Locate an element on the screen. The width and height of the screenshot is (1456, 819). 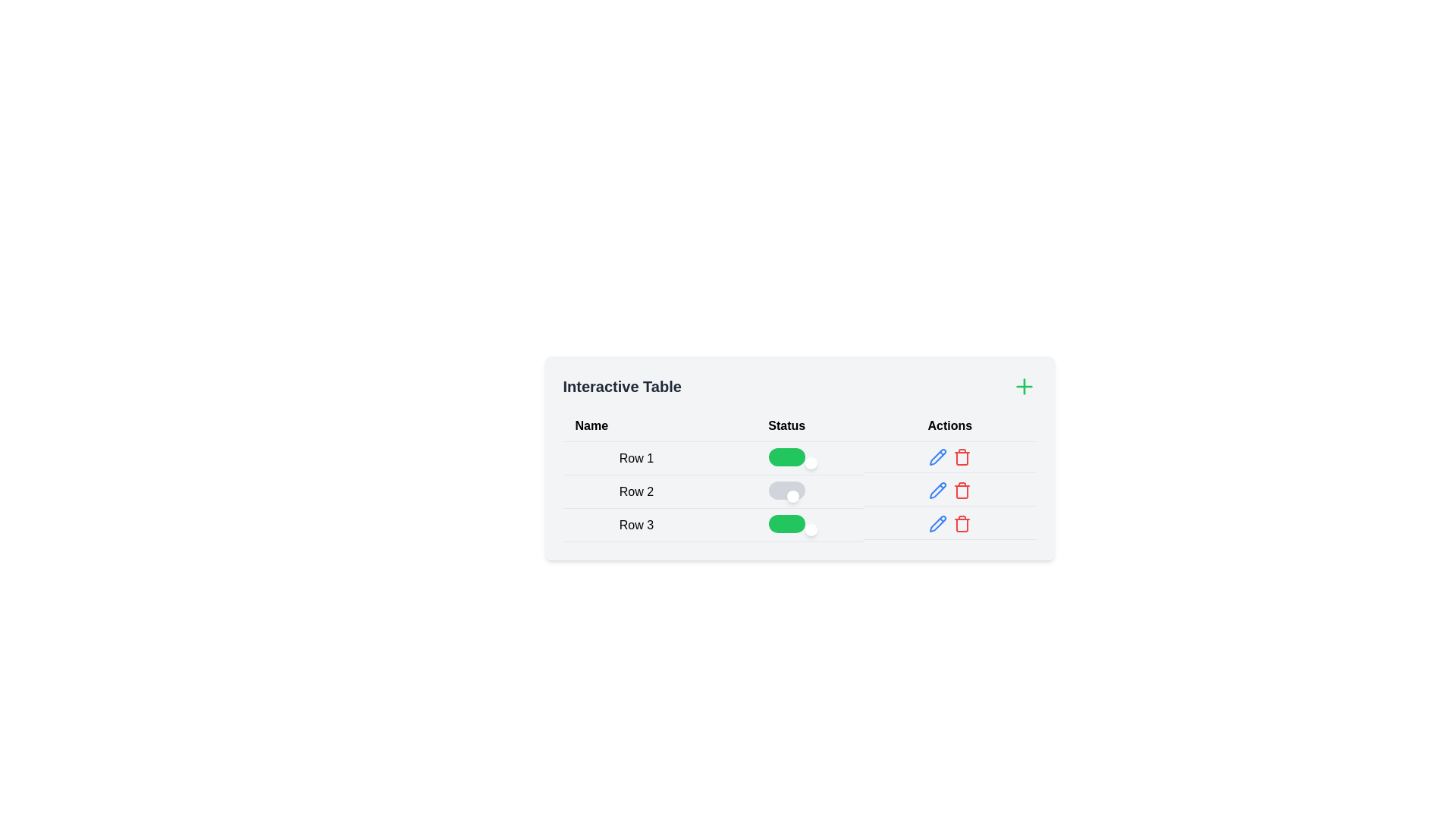
the small circular toggle handle located at the far right of the toggle switch in the 'Status' column of 'Row 3' is located at coordinates (810, 529).